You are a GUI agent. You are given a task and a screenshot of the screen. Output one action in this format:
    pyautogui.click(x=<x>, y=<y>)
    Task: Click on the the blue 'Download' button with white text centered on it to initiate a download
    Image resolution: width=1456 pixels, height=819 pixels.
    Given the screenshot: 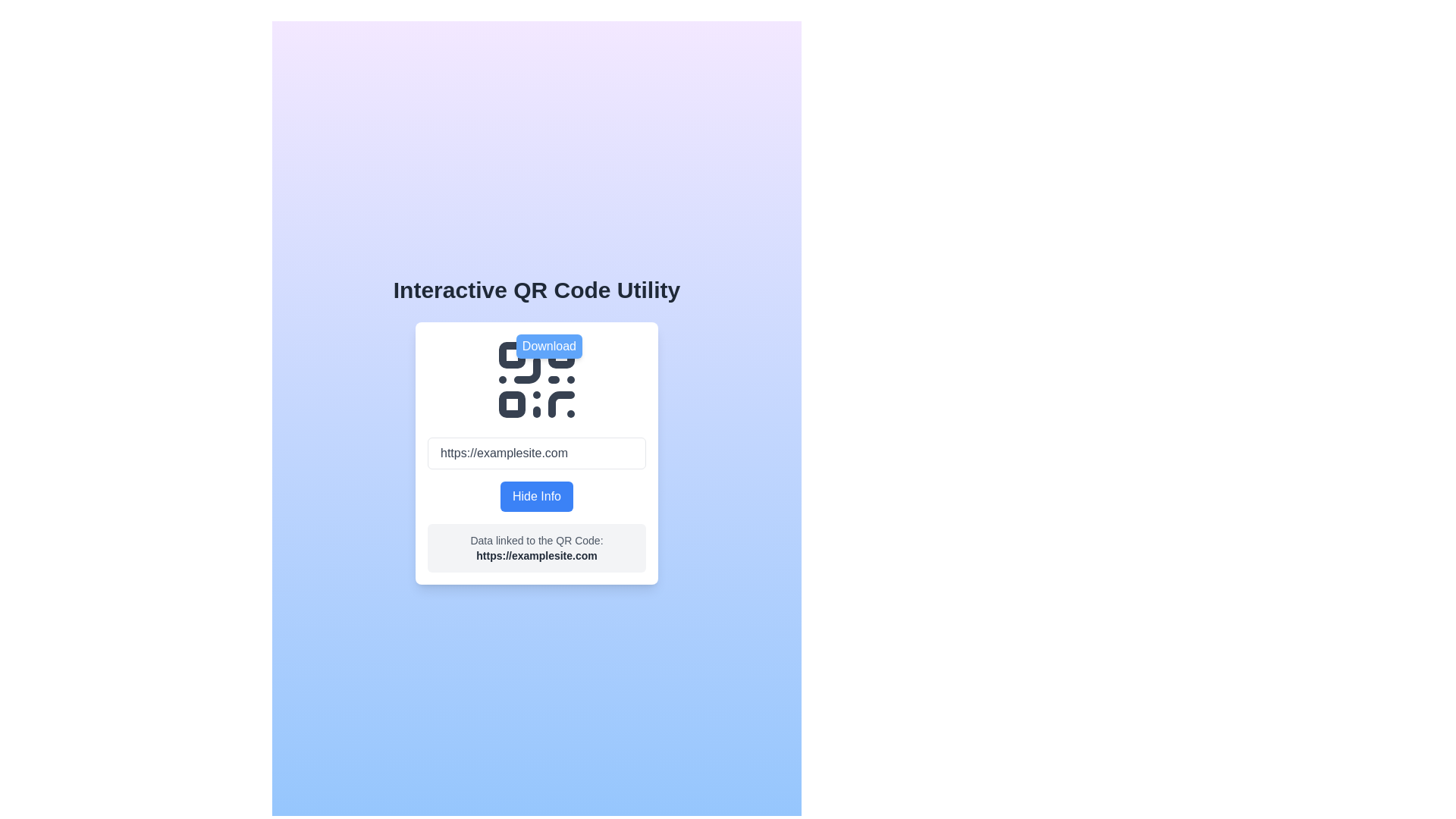 What is the action you would take?
    pyautogui.click(x=548, y=346)
    